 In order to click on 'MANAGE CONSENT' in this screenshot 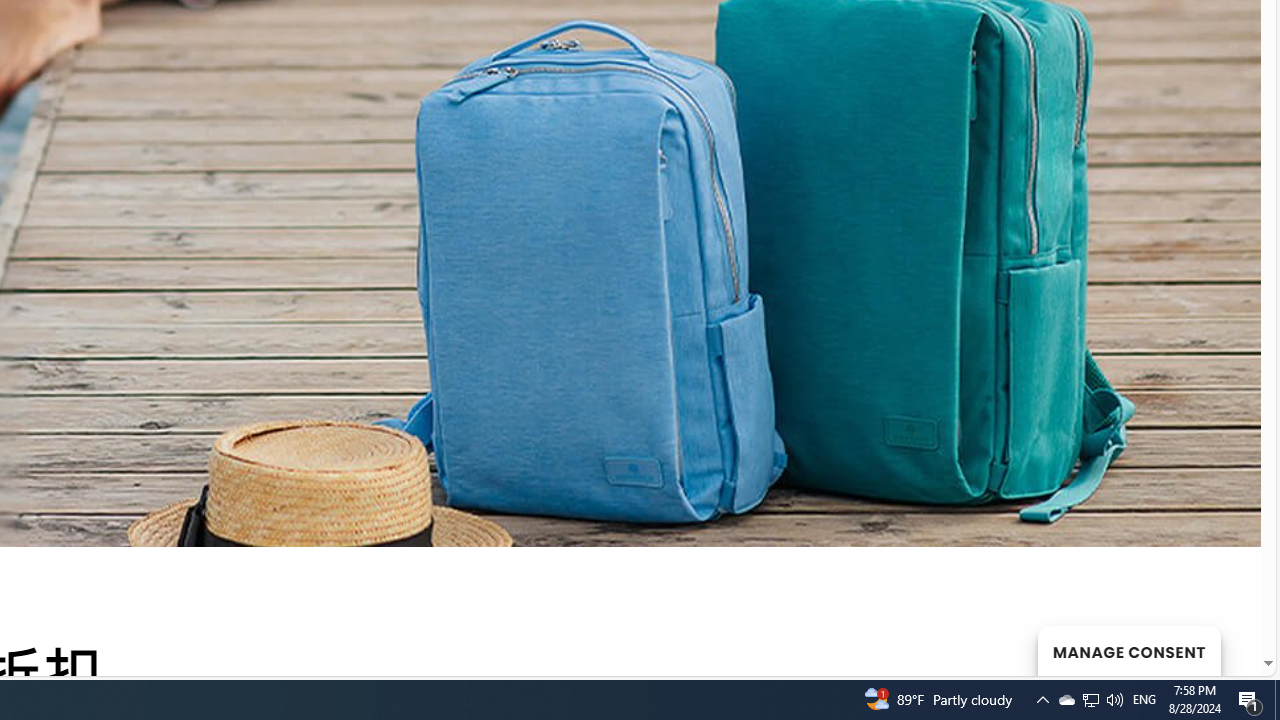, I will do `click(1128, 650)`.